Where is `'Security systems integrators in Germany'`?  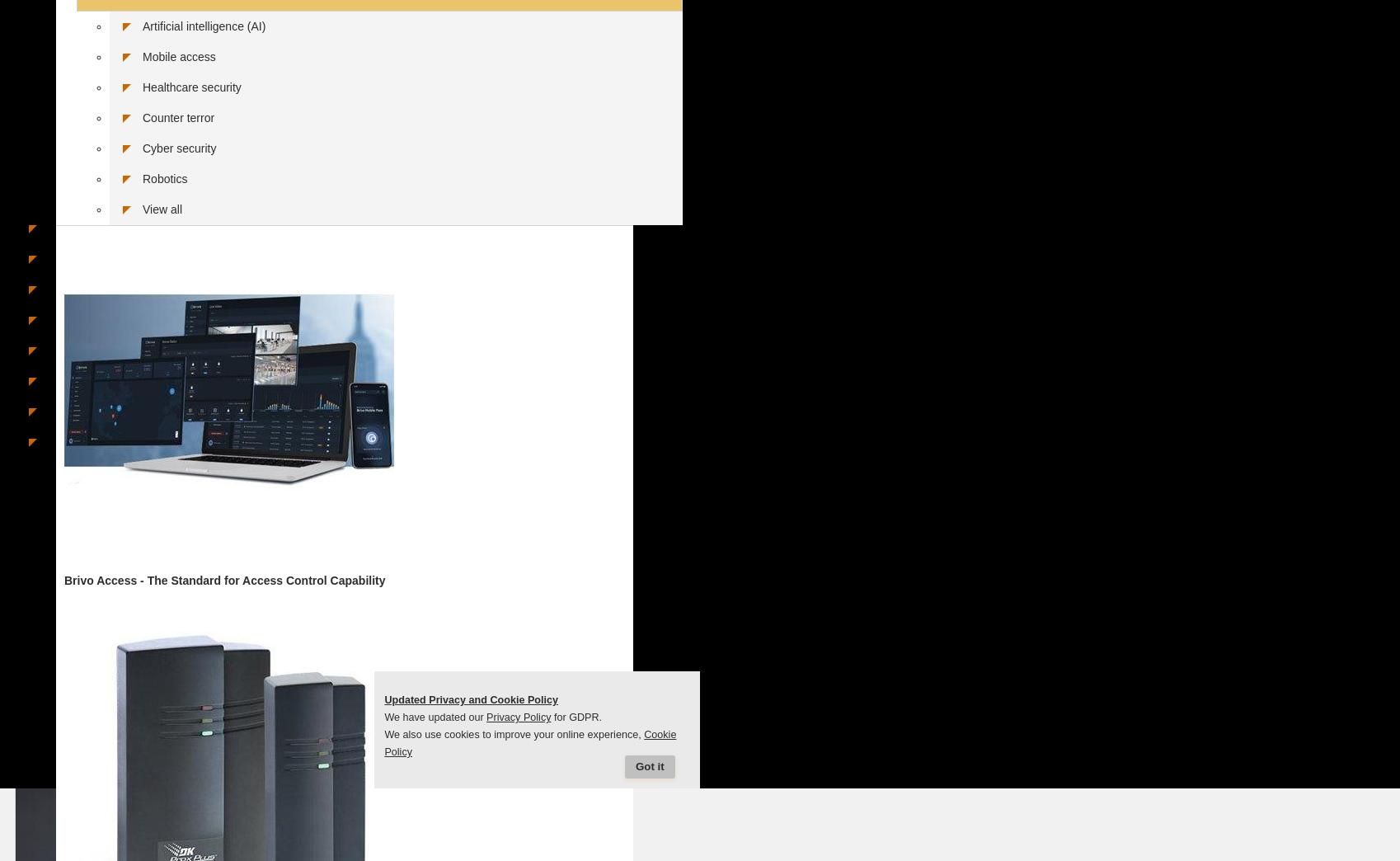
'Security systems integrators in Germany' is located at coordinates (153, 379).